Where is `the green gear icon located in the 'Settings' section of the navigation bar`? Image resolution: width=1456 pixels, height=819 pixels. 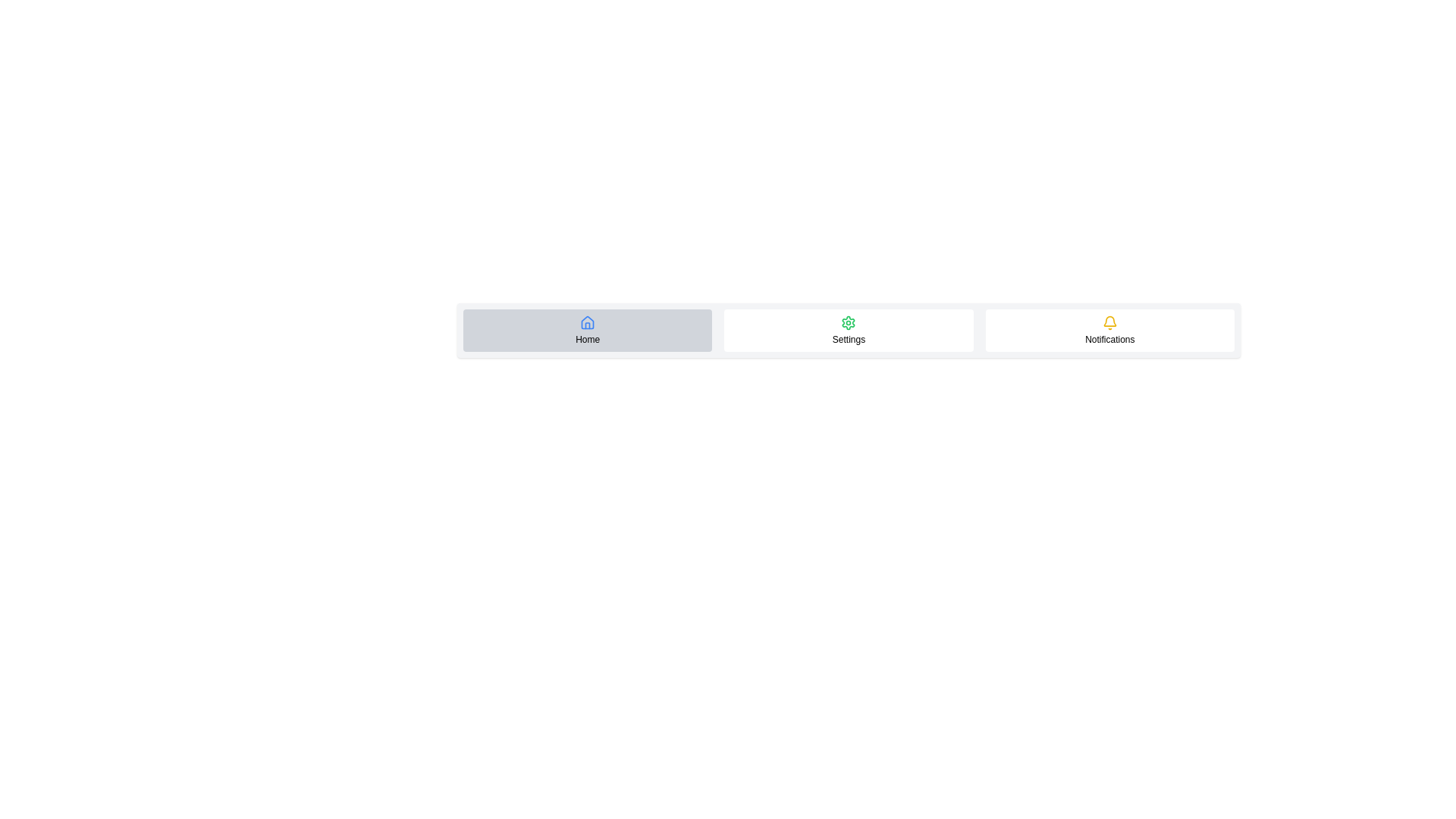 the green gear icon located in the 'Settings' section of the navigation bar is located at coordinates (848, 322).